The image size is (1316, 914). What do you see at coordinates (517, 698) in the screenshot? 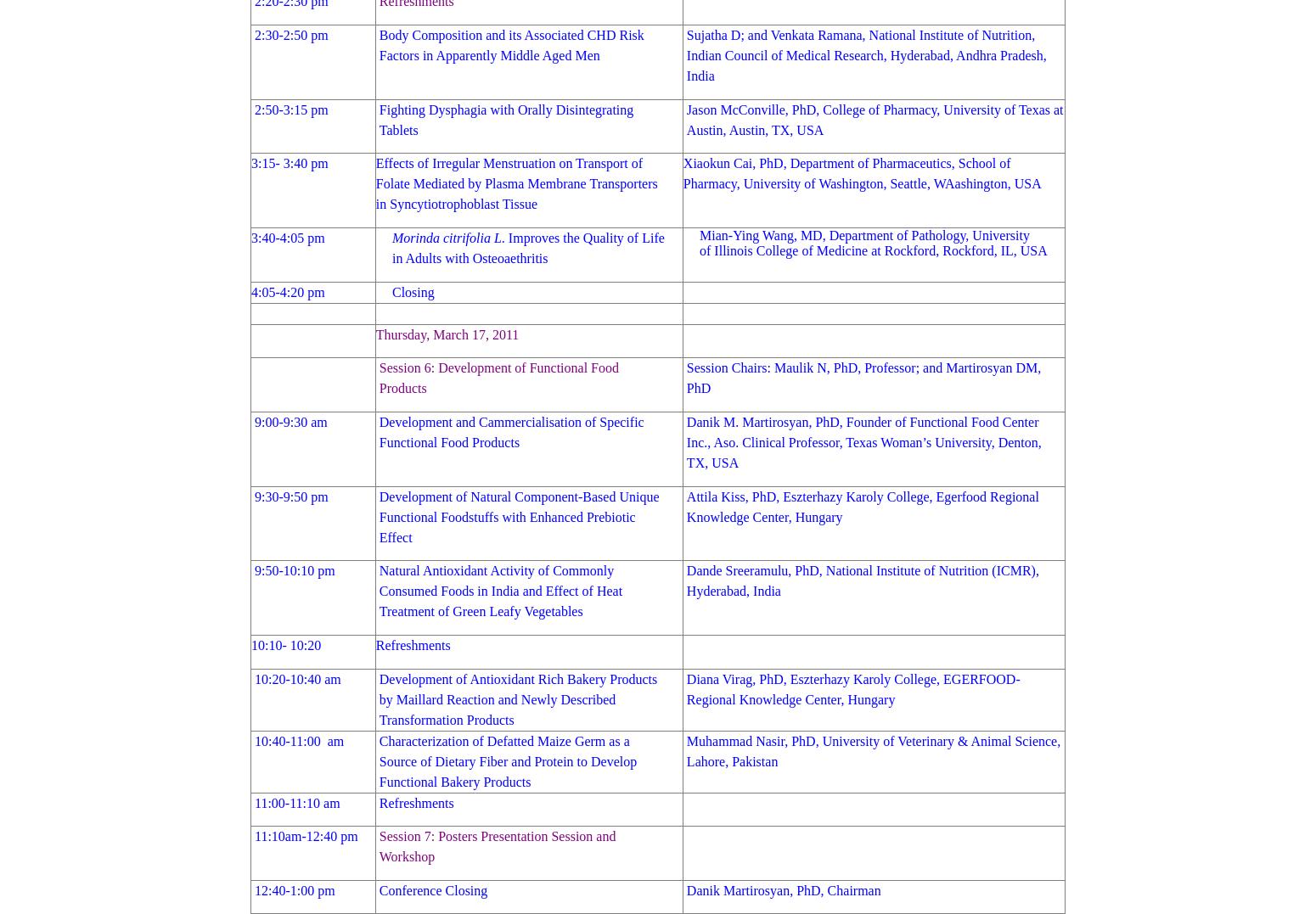
I see `'Development of Antioxidant Rich Bakery Products by Maillard Reaction and Newly Described Transformation Products'` at bounding box center [517, 698].